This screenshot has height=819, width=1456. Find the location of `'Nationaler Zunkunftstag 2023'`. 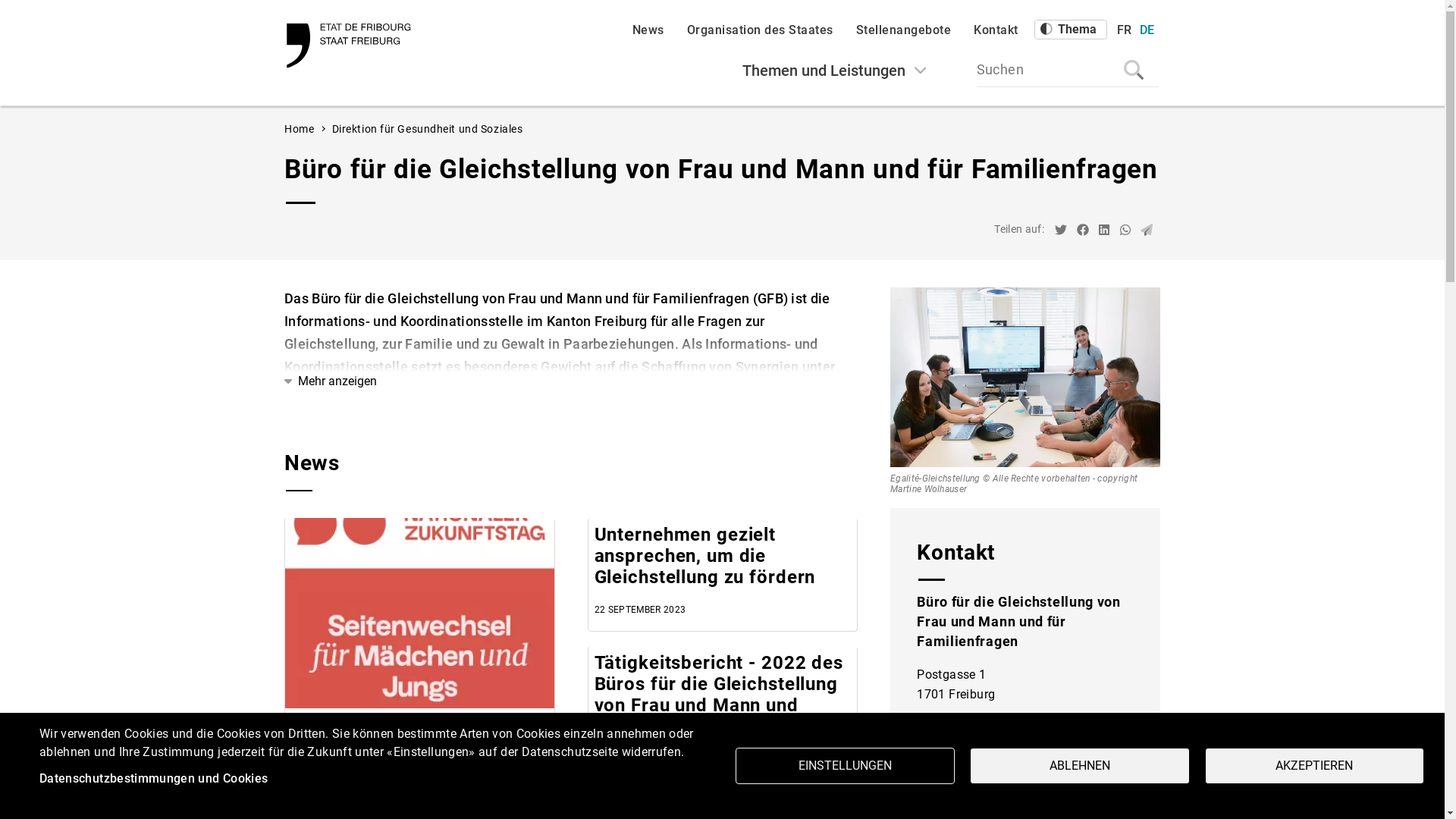

'Nationaler Zunkunftstag 2023' is located at coordinates (419, 612).